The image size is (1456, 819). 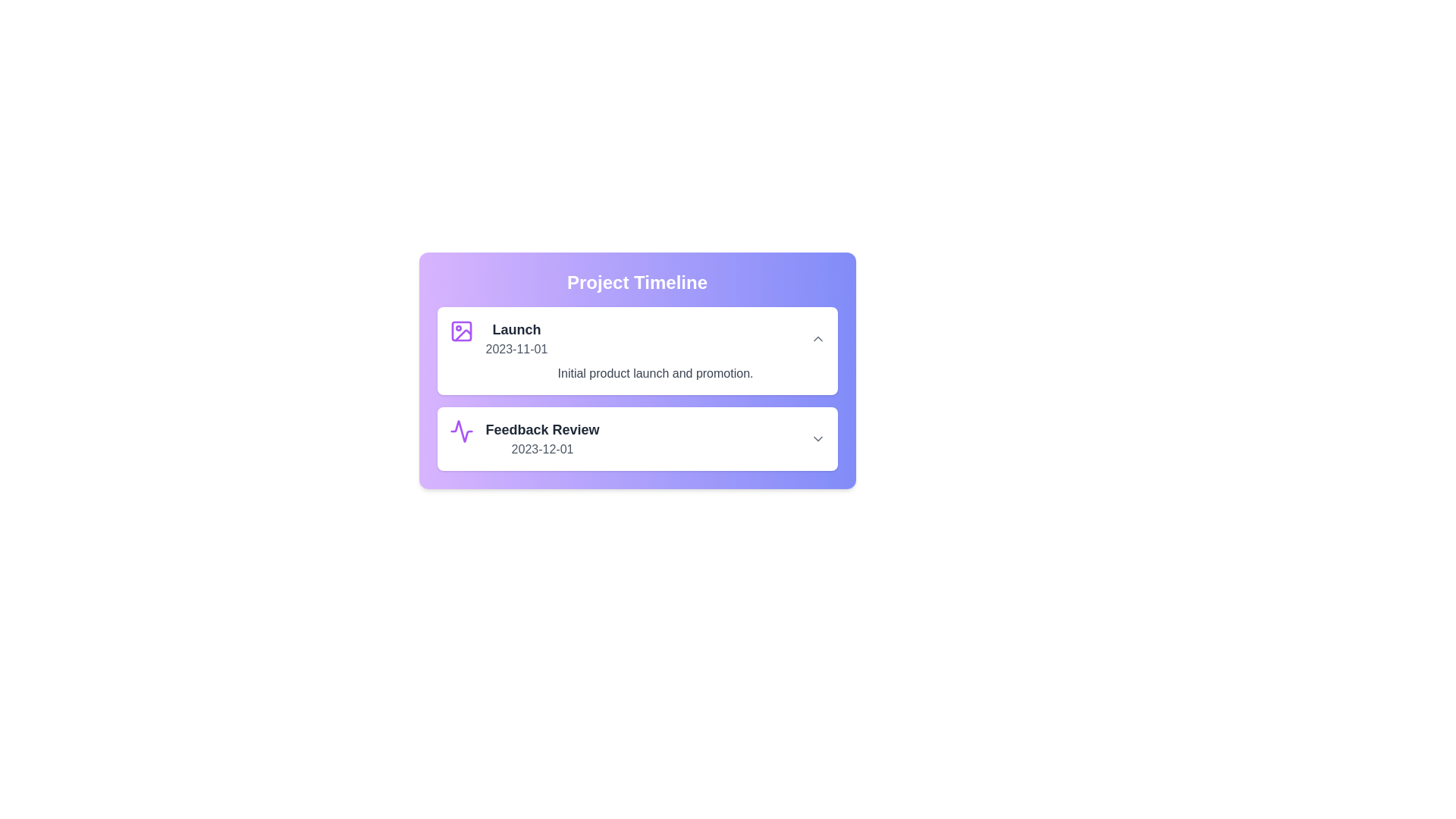 I want to click on the Text Label that displays 'Launch' in bold and '2023-11-01' in a lighter font, located near the top-left of the white rectangular card, so click(x=516, y=338).